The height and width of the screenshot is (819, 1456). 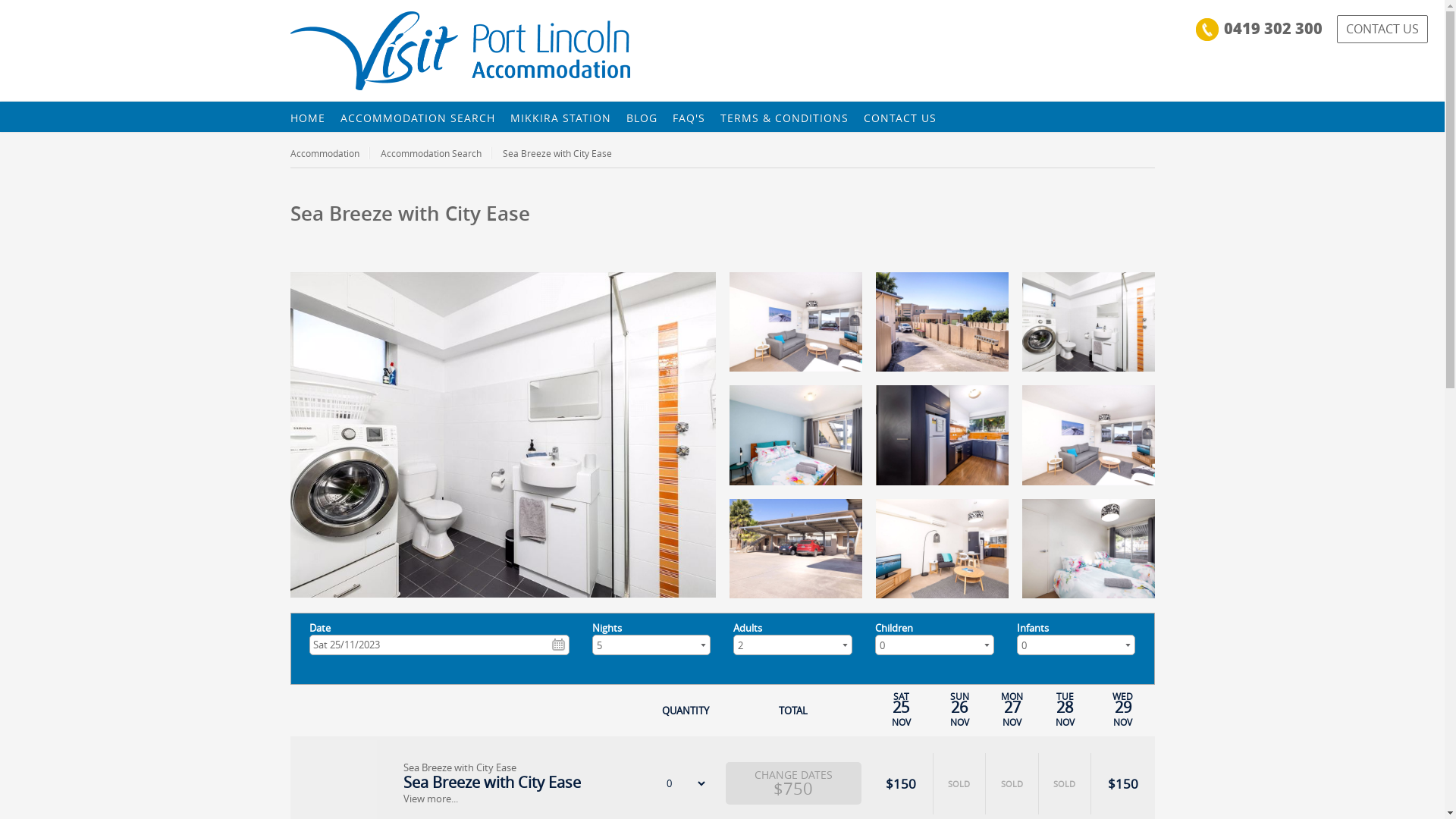 What do you see at coordinates (1123, 708) in the screenshot?
I see `'29'` at bounding box center [1123, 708].